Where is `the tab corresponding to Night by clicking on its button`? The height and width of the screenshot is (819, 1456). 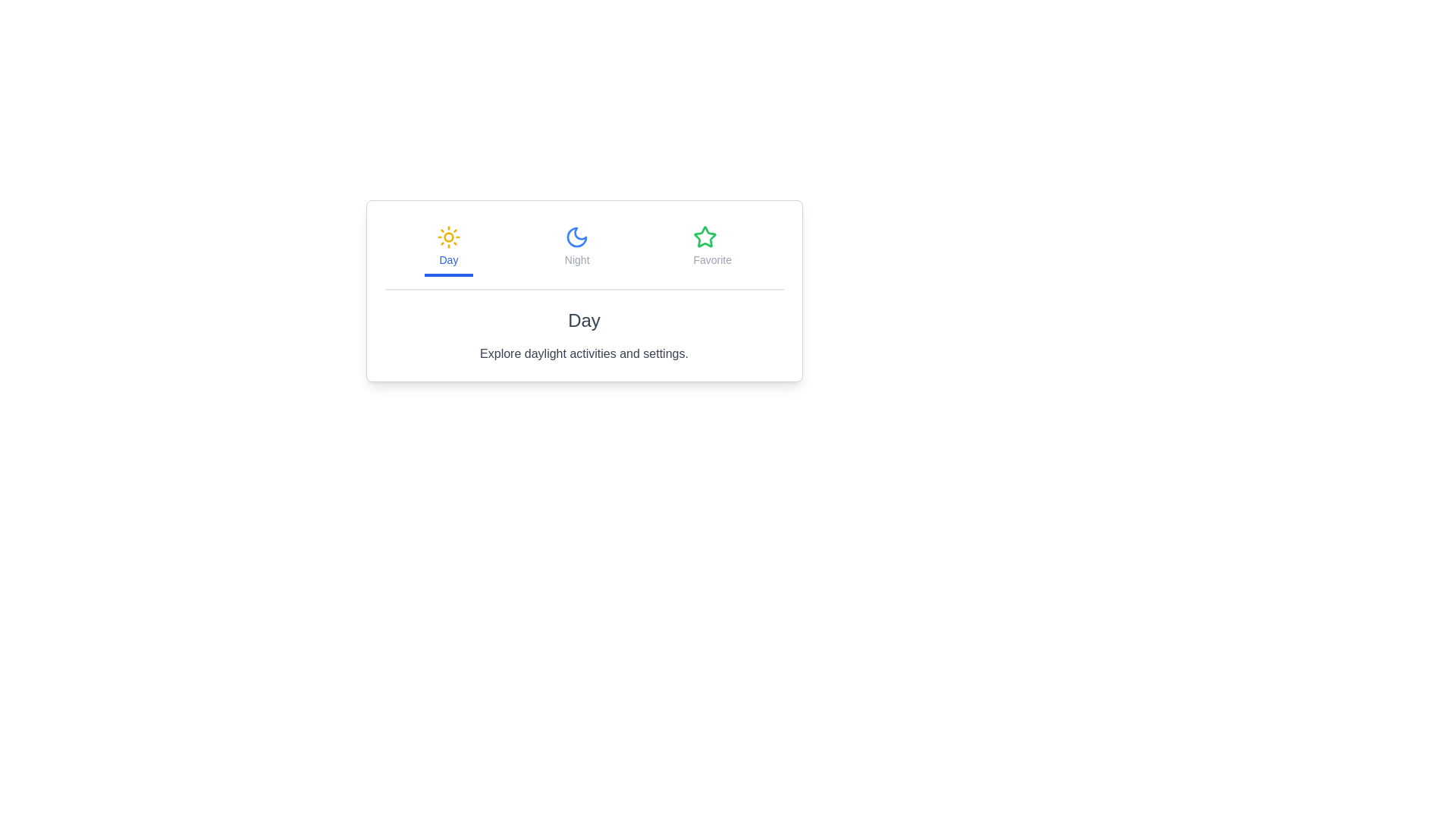
the tab corresponding to Night by clicking on its button is located at coordinates (576, 247).